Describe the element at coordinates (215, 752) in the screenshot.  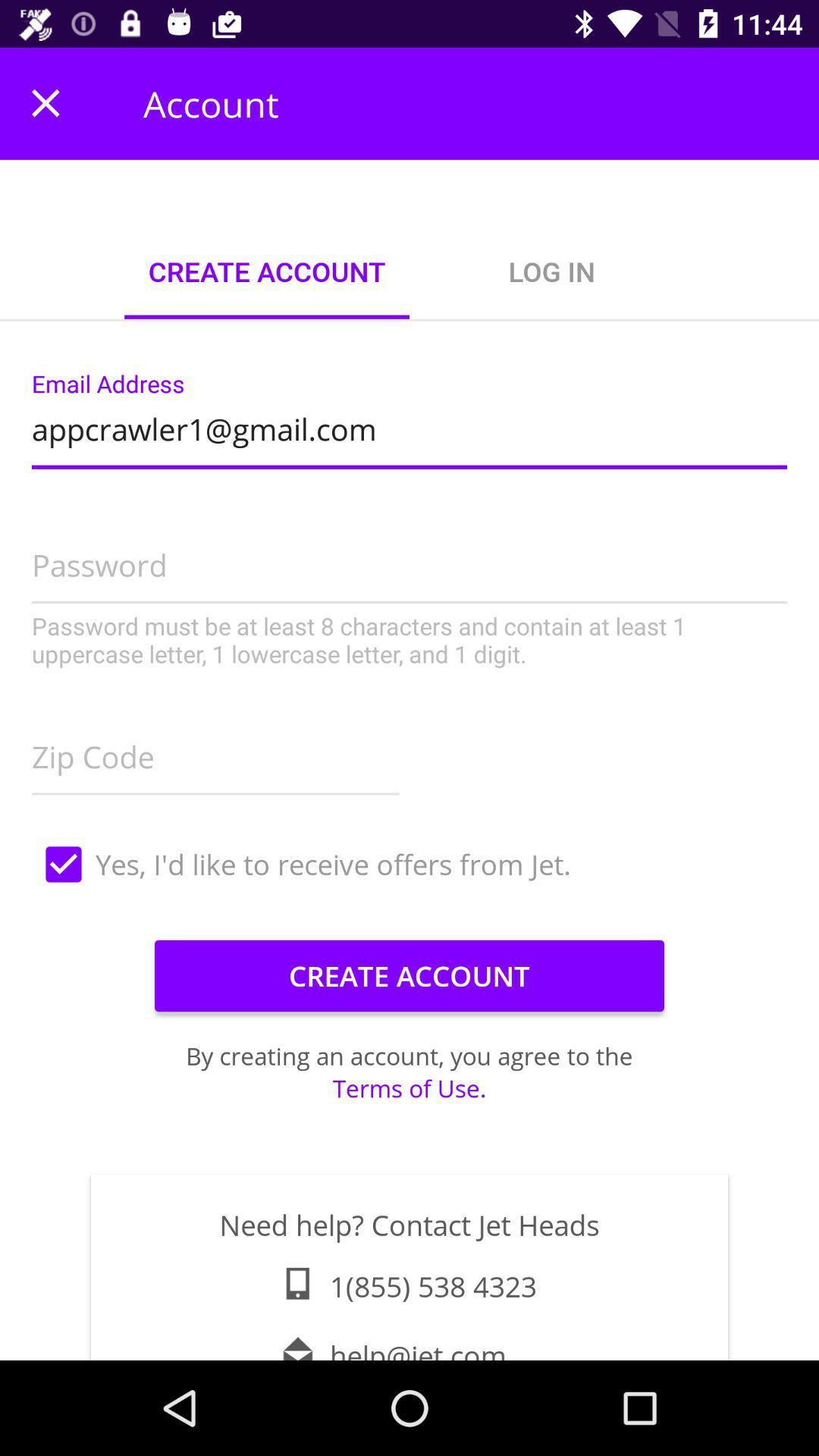
I see `zip code` at that location.